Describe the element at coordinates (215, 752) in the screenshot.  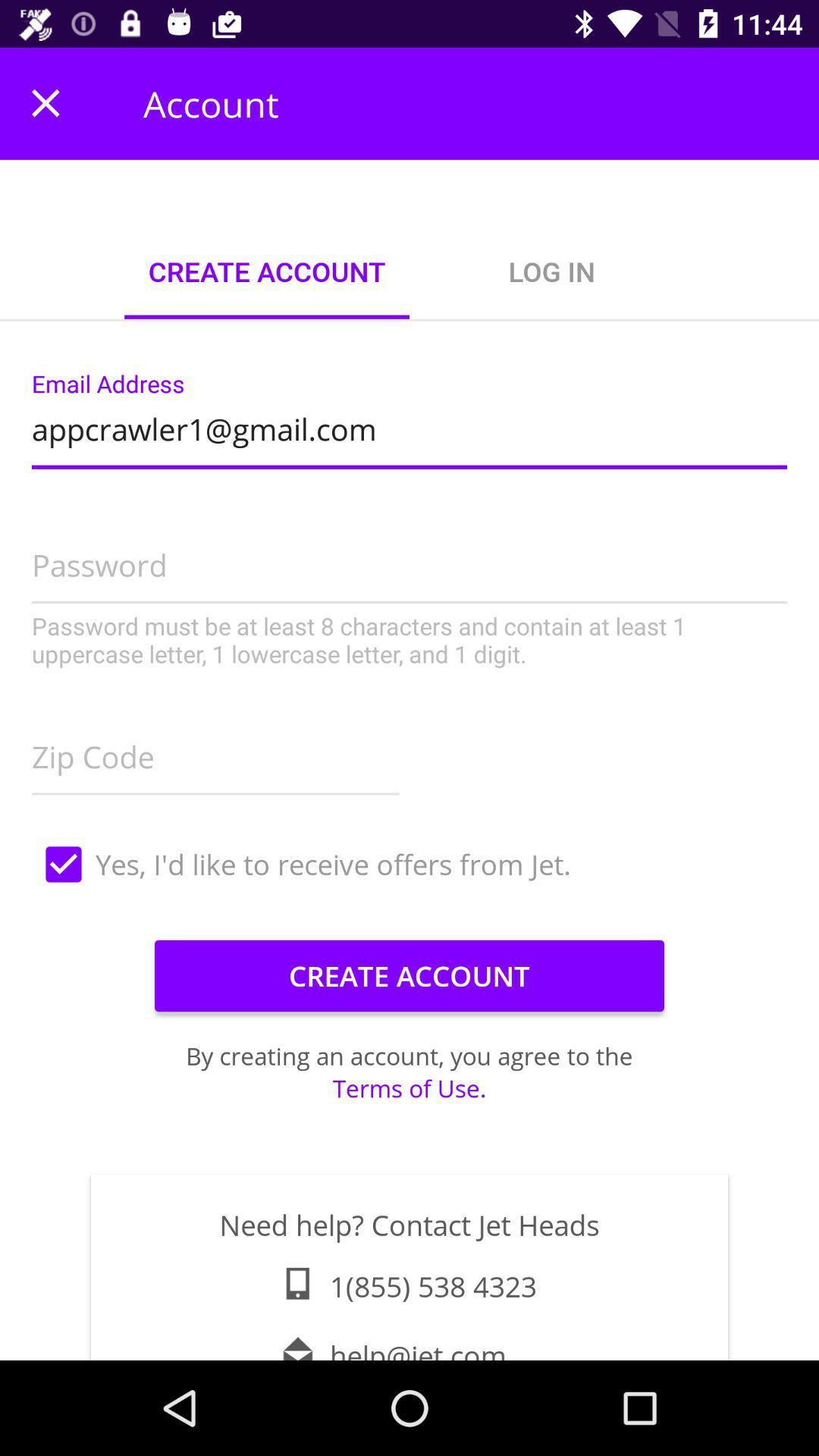
I see `zip code` at that location.